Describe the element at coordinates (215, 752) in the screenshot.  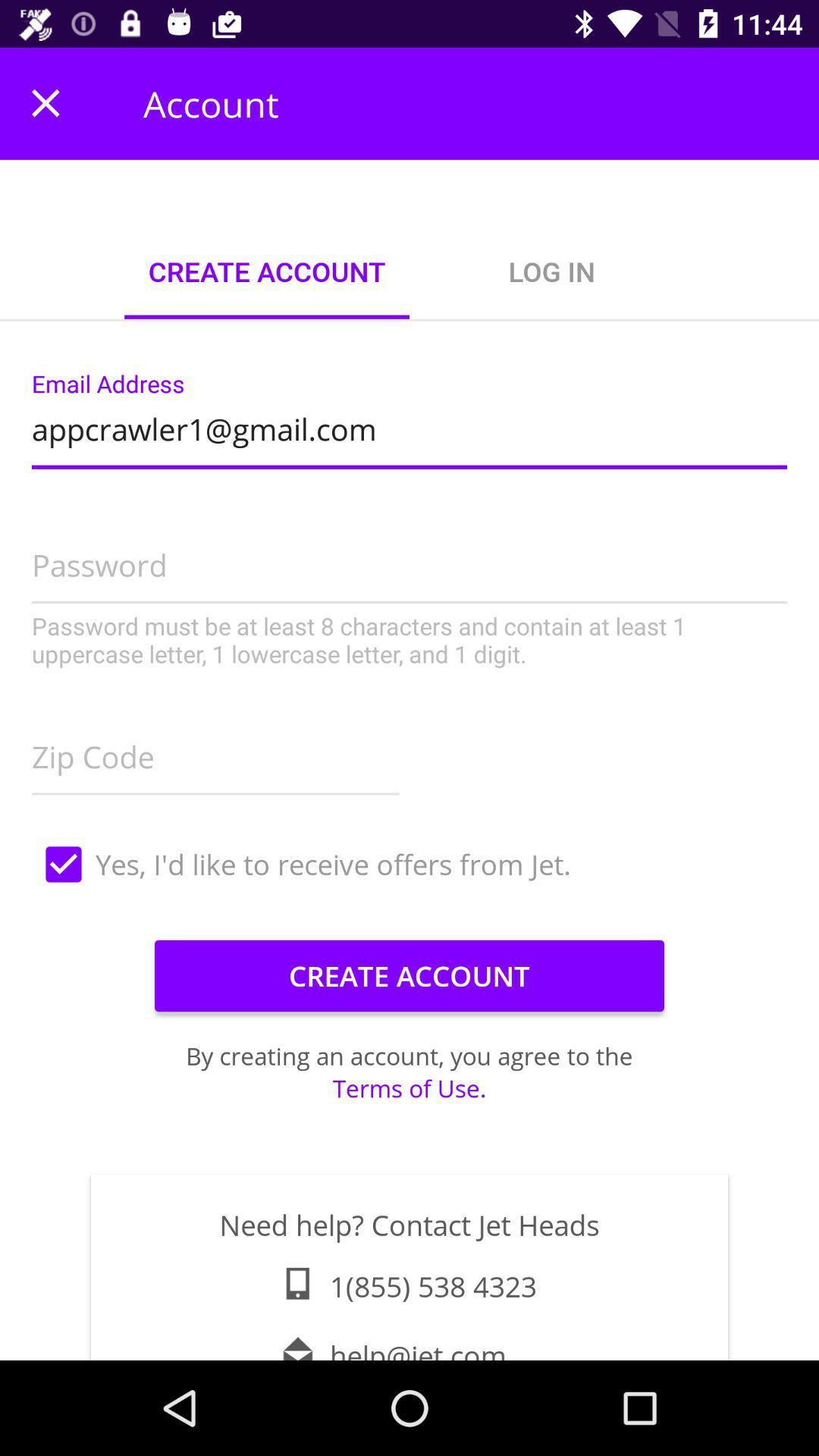
I see `zip code` at that location.